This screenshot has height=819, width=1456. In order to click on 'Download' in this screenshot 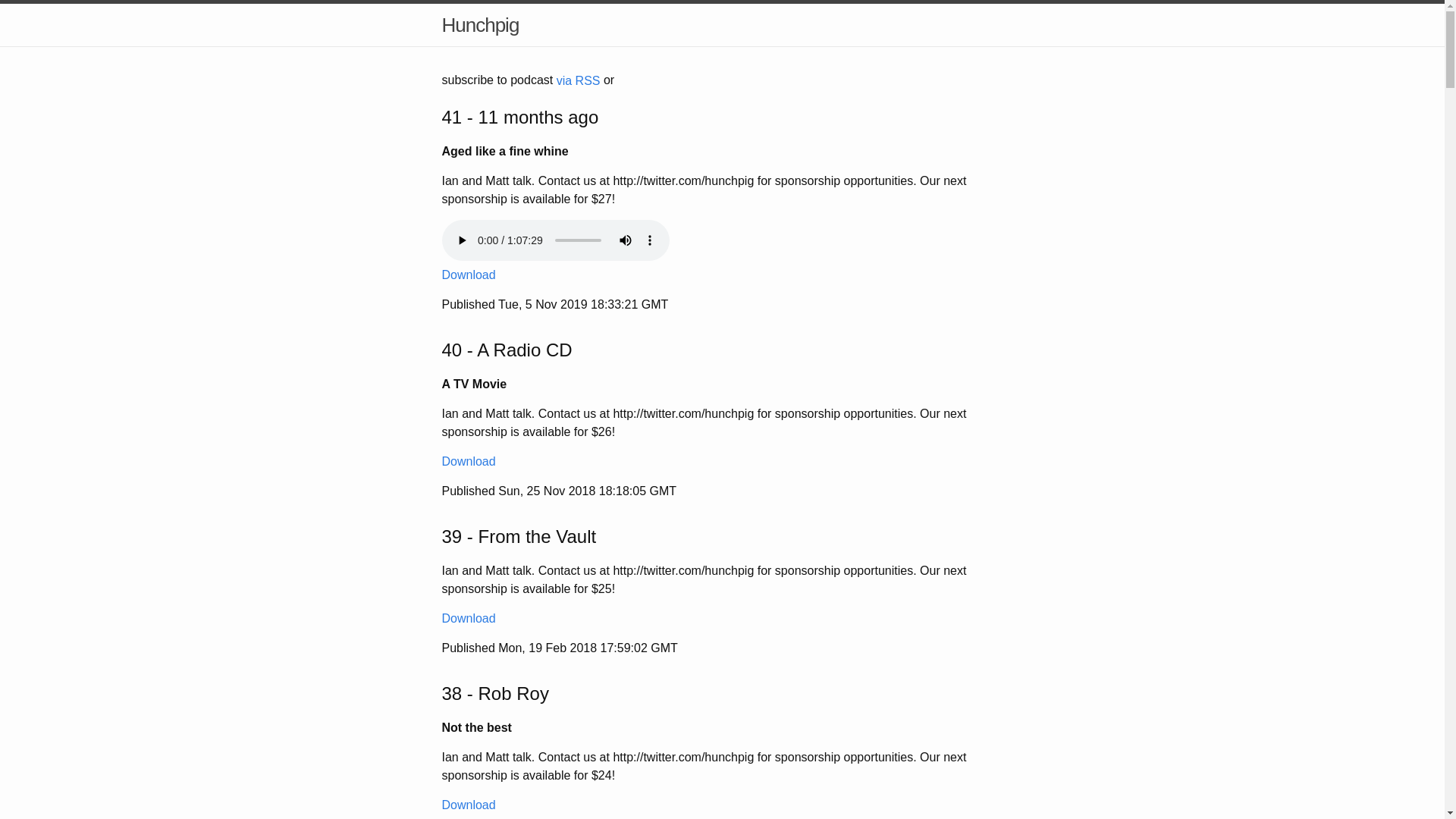, I will do `click(467, 275)`.